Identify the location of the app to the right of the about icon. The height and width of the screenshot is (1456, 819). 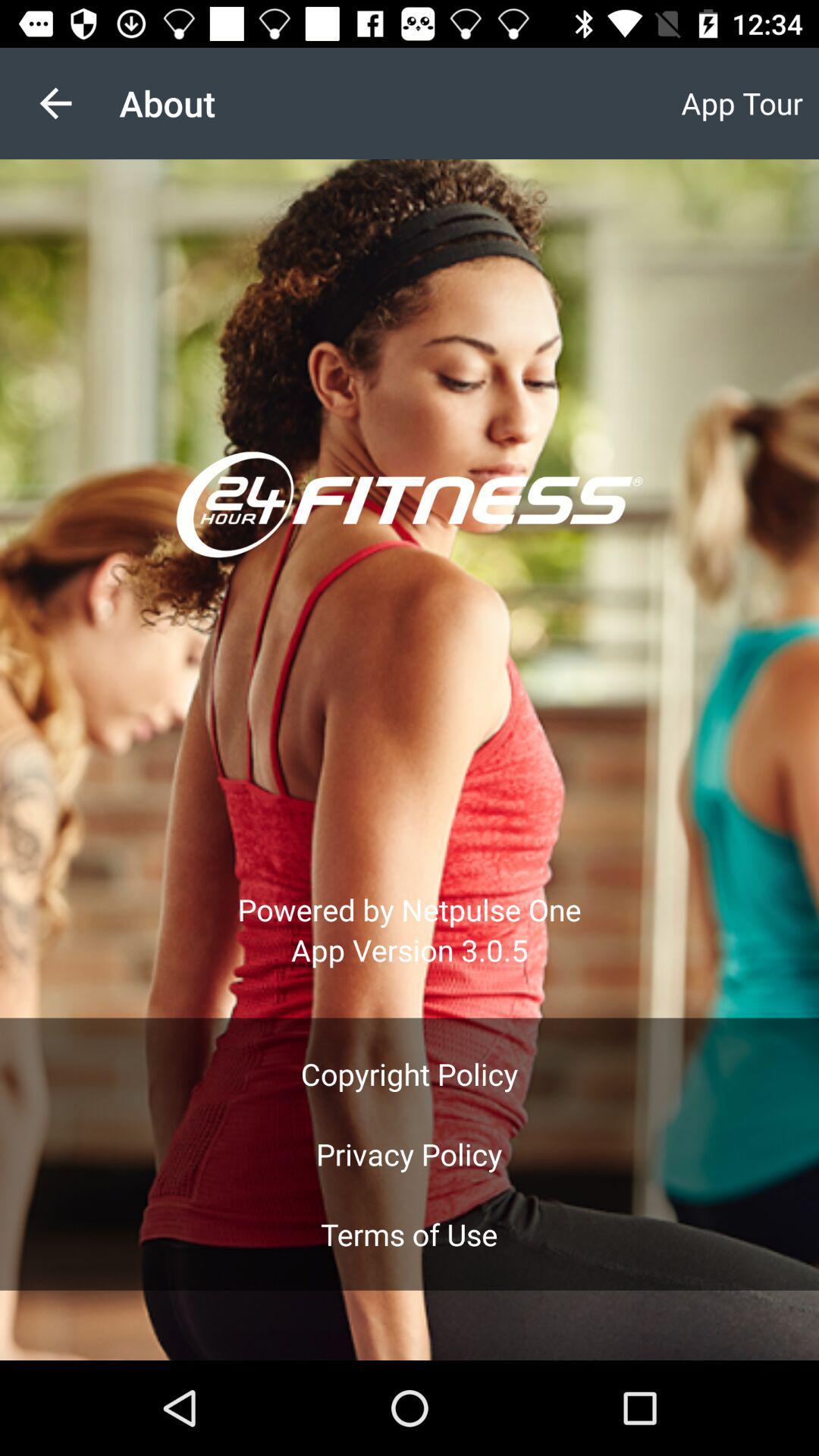
(741, 102).